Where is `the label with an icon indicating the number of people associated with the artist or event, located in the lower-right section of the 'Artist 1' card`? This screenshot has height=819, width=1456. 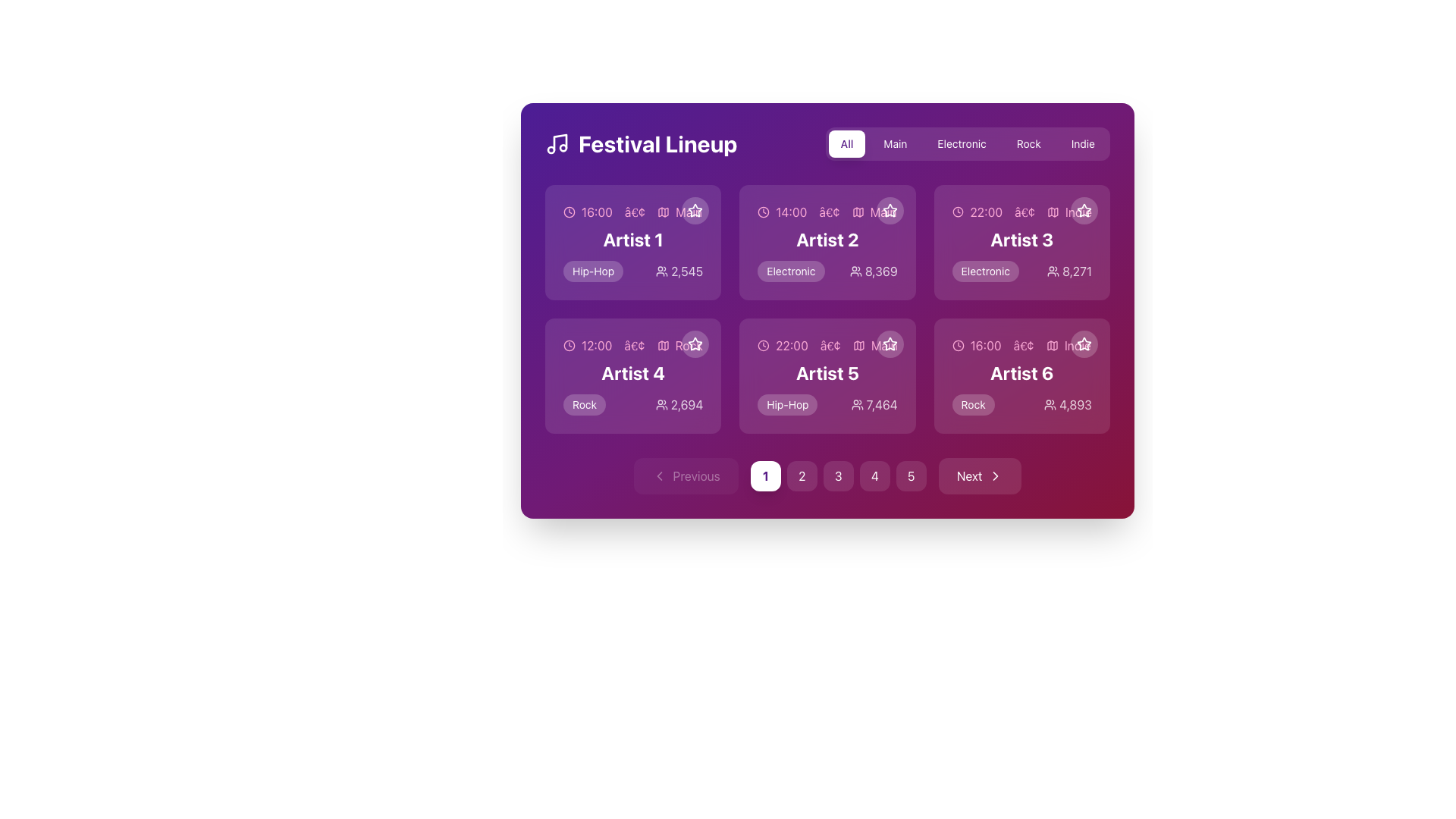 the label with an icon indicating the number of people associated with the artist or event, located in the lower-right section of the 'Artist 1' card is located at coordinates (679, 271).